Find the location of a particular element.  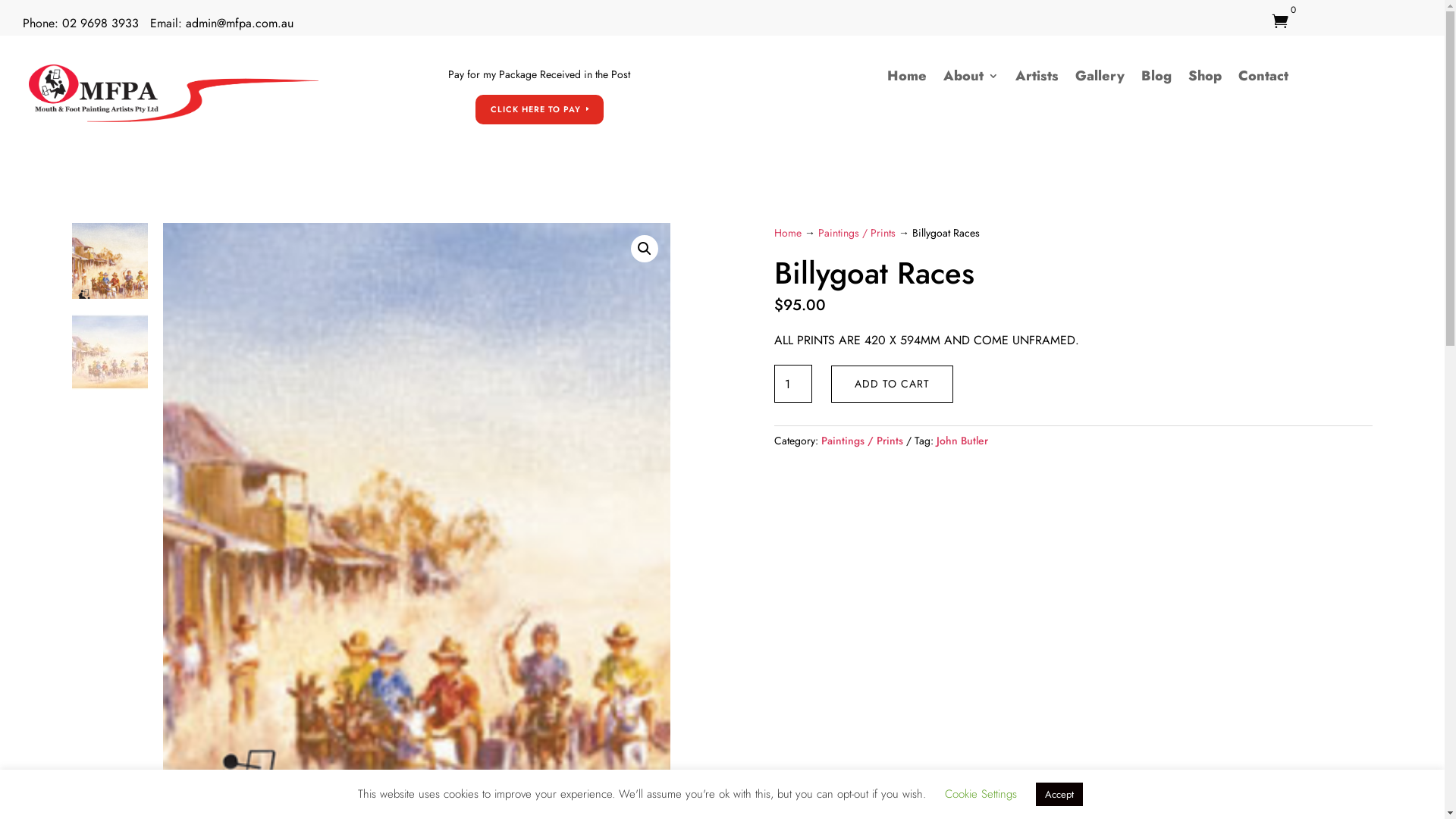

'Blog' is located at coordinates (1156, 79).